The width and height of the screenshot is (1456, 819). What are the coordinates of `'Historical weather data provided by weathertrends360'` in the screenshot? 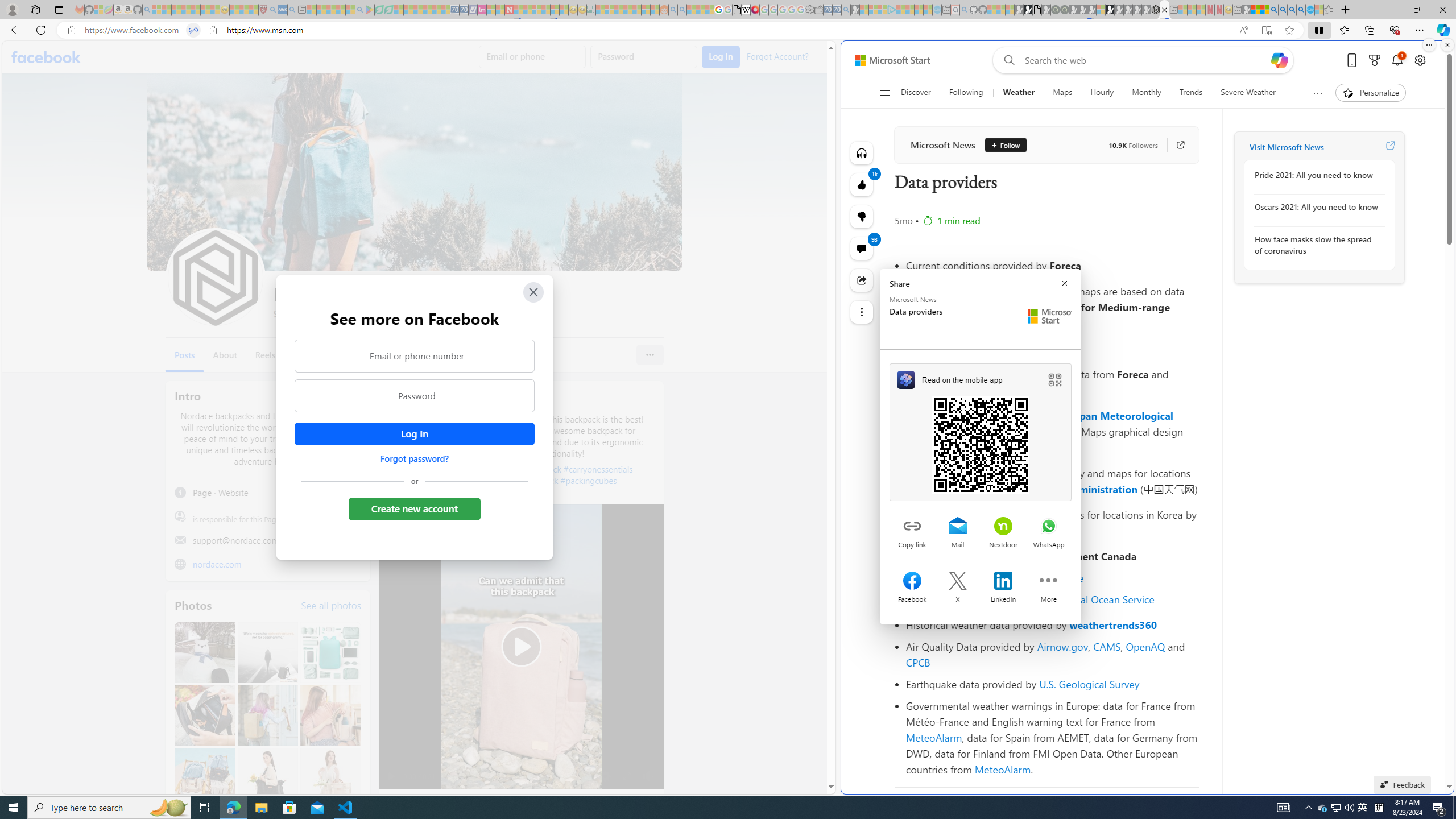 It's located at (1051, 624).